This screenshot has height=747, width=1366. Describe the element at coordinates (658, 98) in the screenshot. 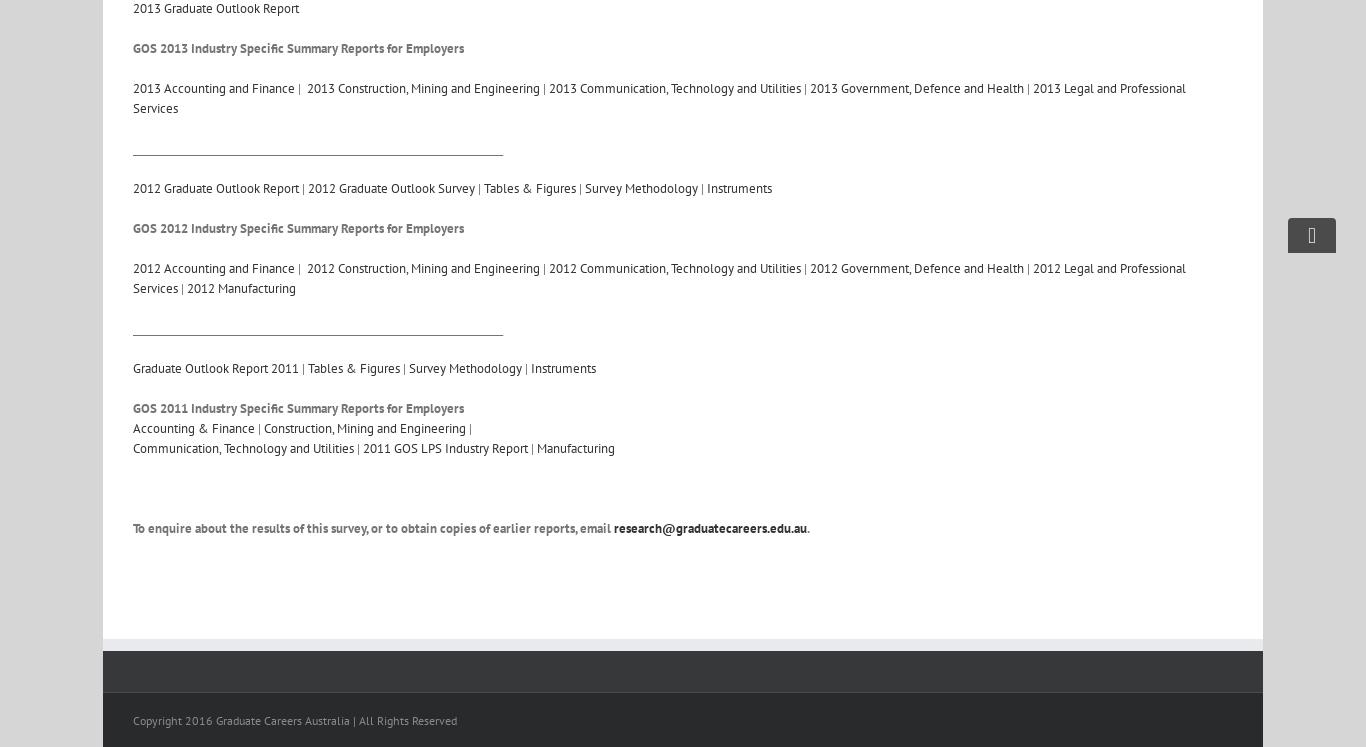

I see `'2013 Legal and Professional Services'` at that location.